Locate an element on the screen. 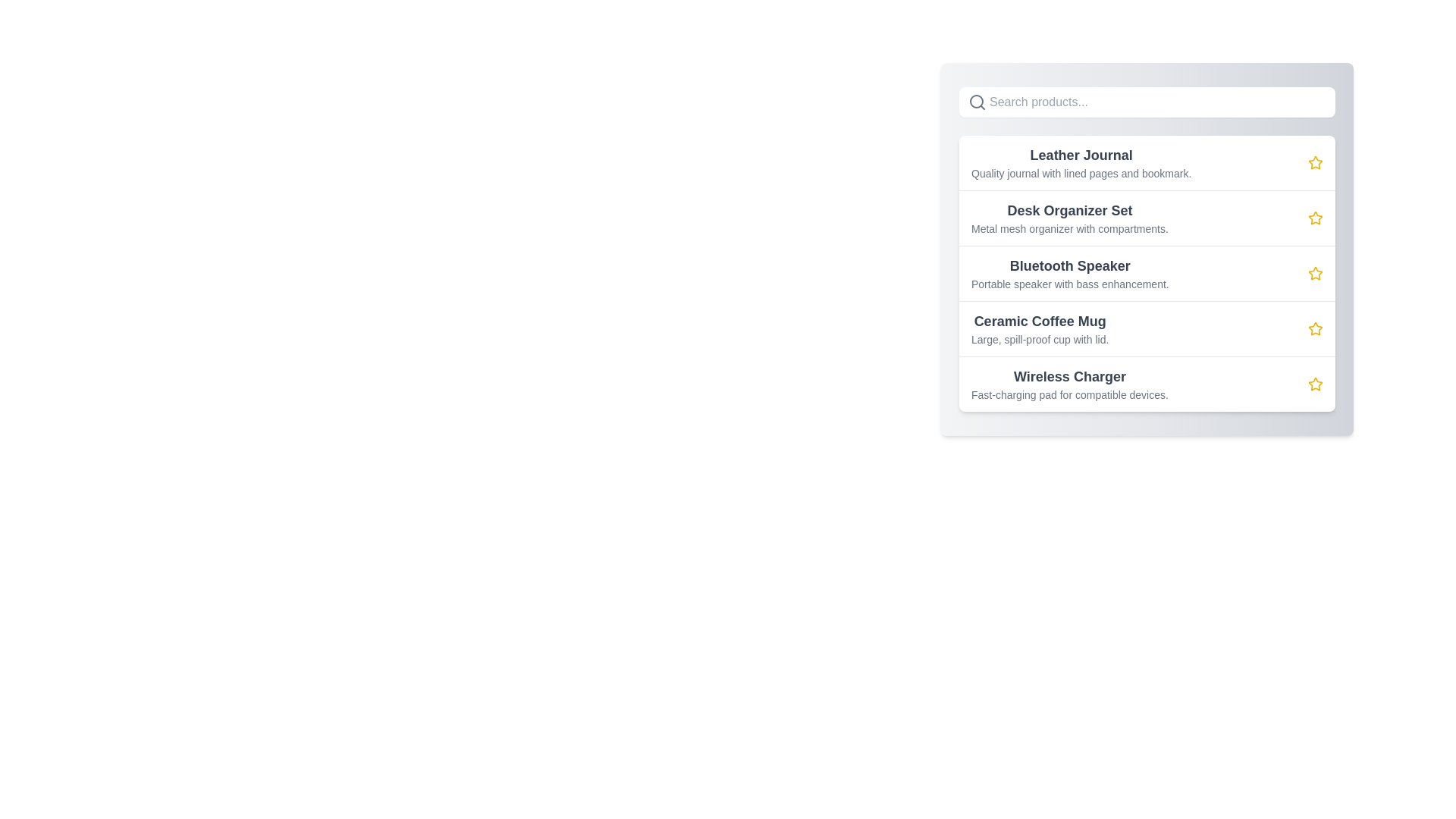  the Text display element that shows product information for 'Bluetooth Speaker', located between 'Desk Organizer Set' and 'Ceramic Coffee Mug' is located at coordinates (1069, 274).